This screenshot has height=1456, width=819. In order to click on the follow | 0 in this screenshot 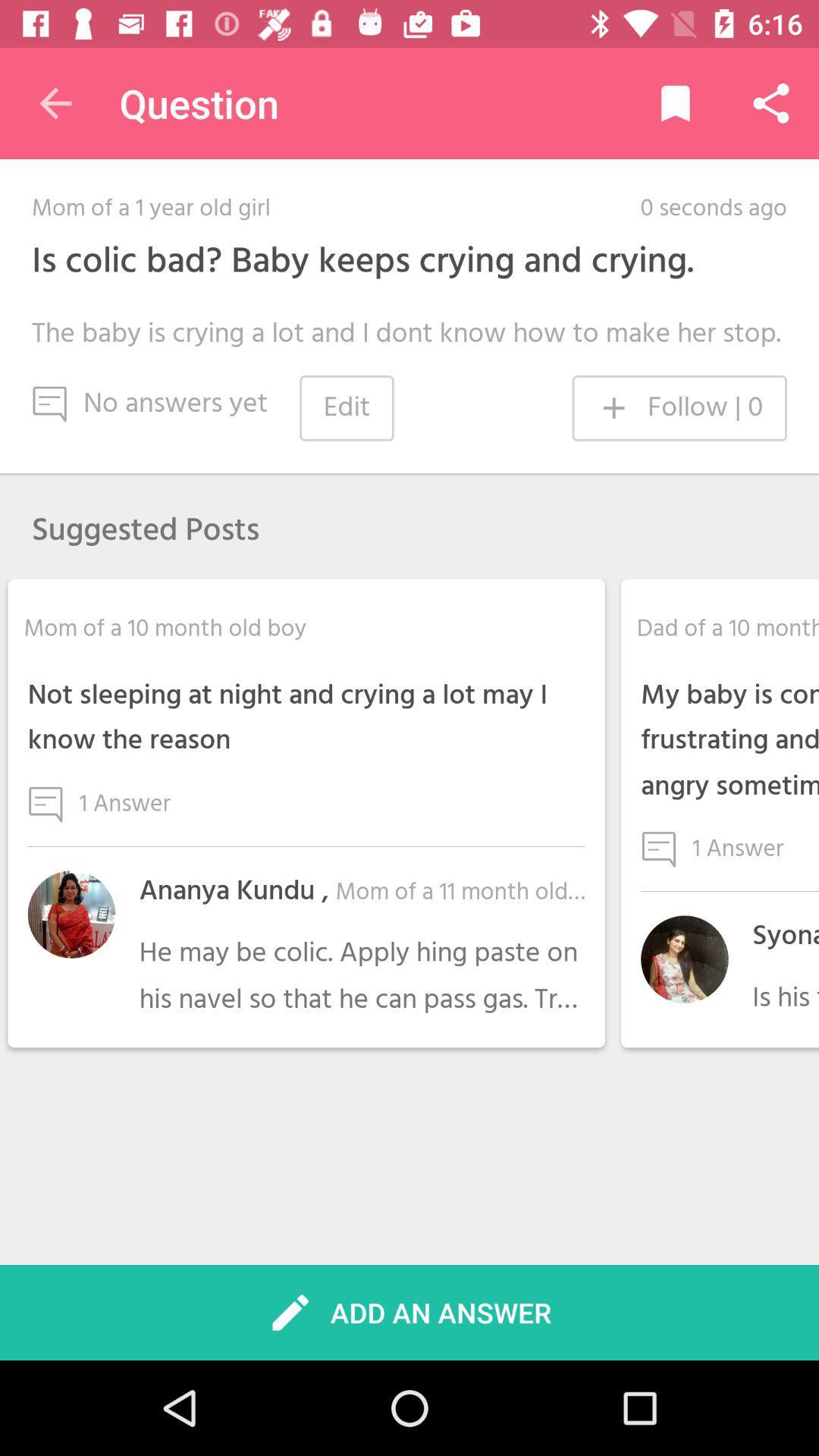, I will do `click(679, 408)`.